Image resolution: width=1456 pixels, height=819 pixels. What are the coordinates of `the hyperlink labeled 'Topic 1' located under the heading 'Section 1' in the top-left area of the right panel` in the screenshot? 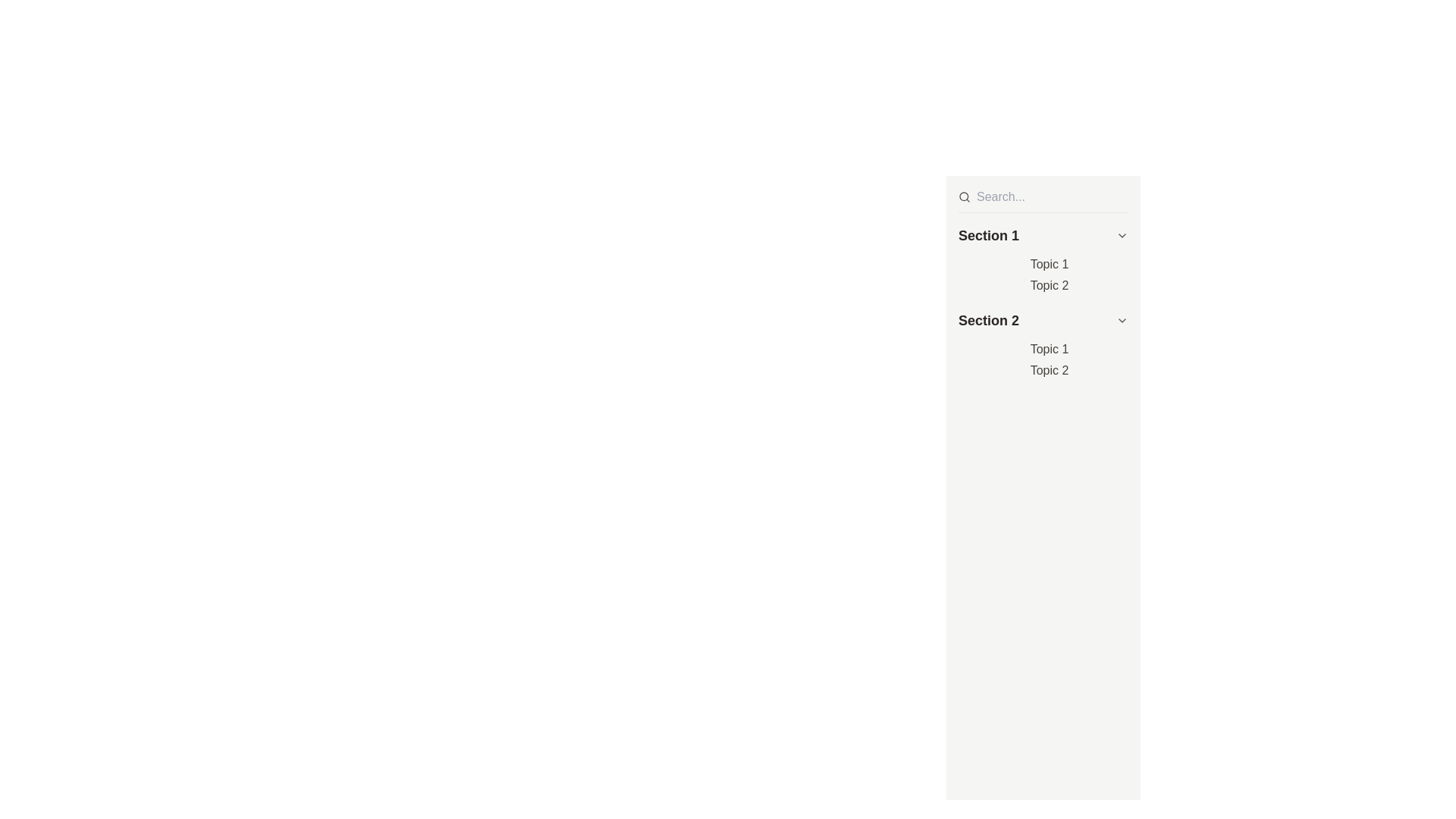 It's located at (1048, 263).